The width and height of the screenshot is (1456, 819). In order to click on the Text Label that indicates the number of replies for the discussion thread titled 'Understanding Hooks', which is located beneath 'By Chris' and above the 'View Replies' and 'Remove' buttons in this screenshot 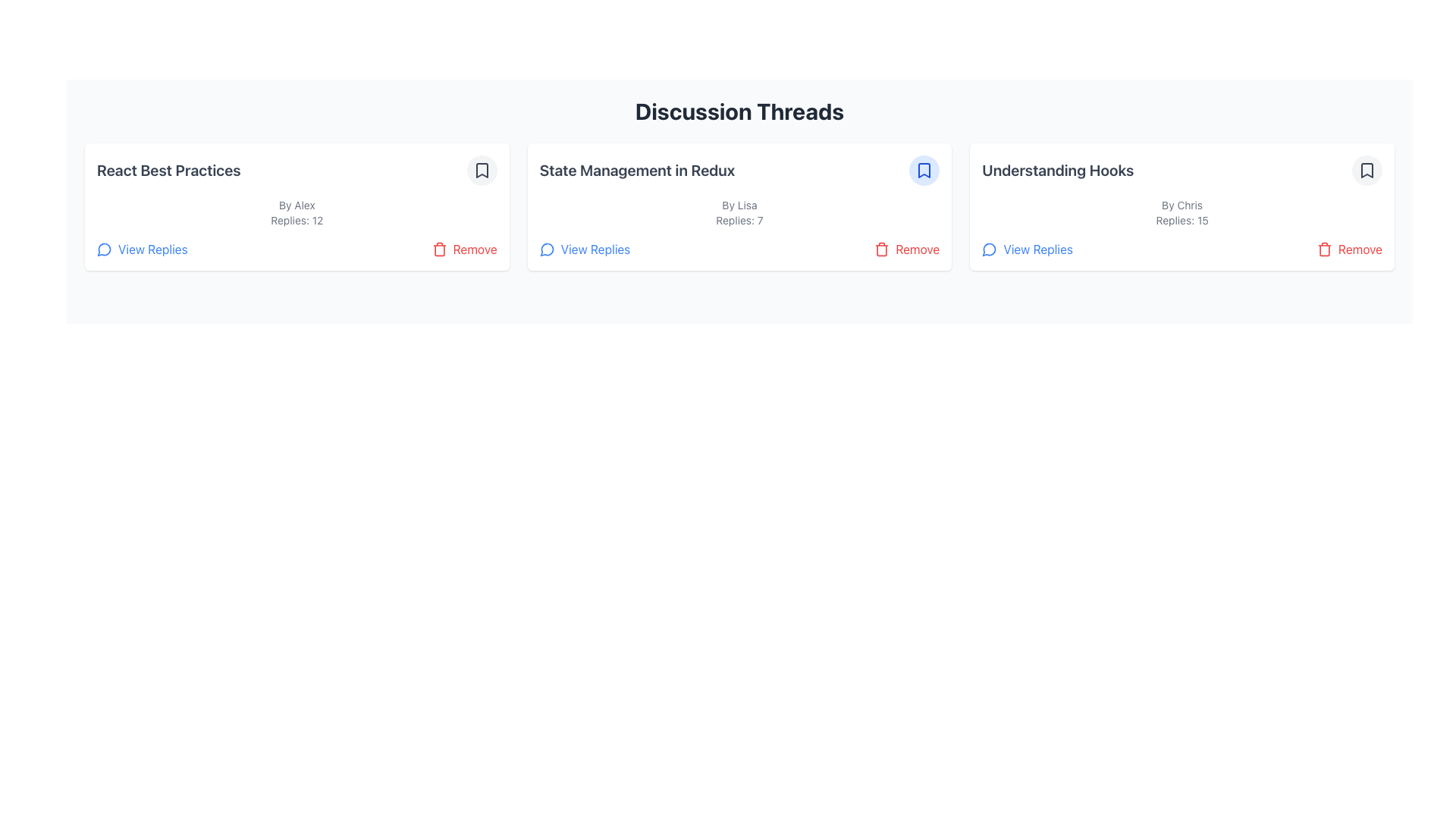, I will do `click(1181, 220)`.